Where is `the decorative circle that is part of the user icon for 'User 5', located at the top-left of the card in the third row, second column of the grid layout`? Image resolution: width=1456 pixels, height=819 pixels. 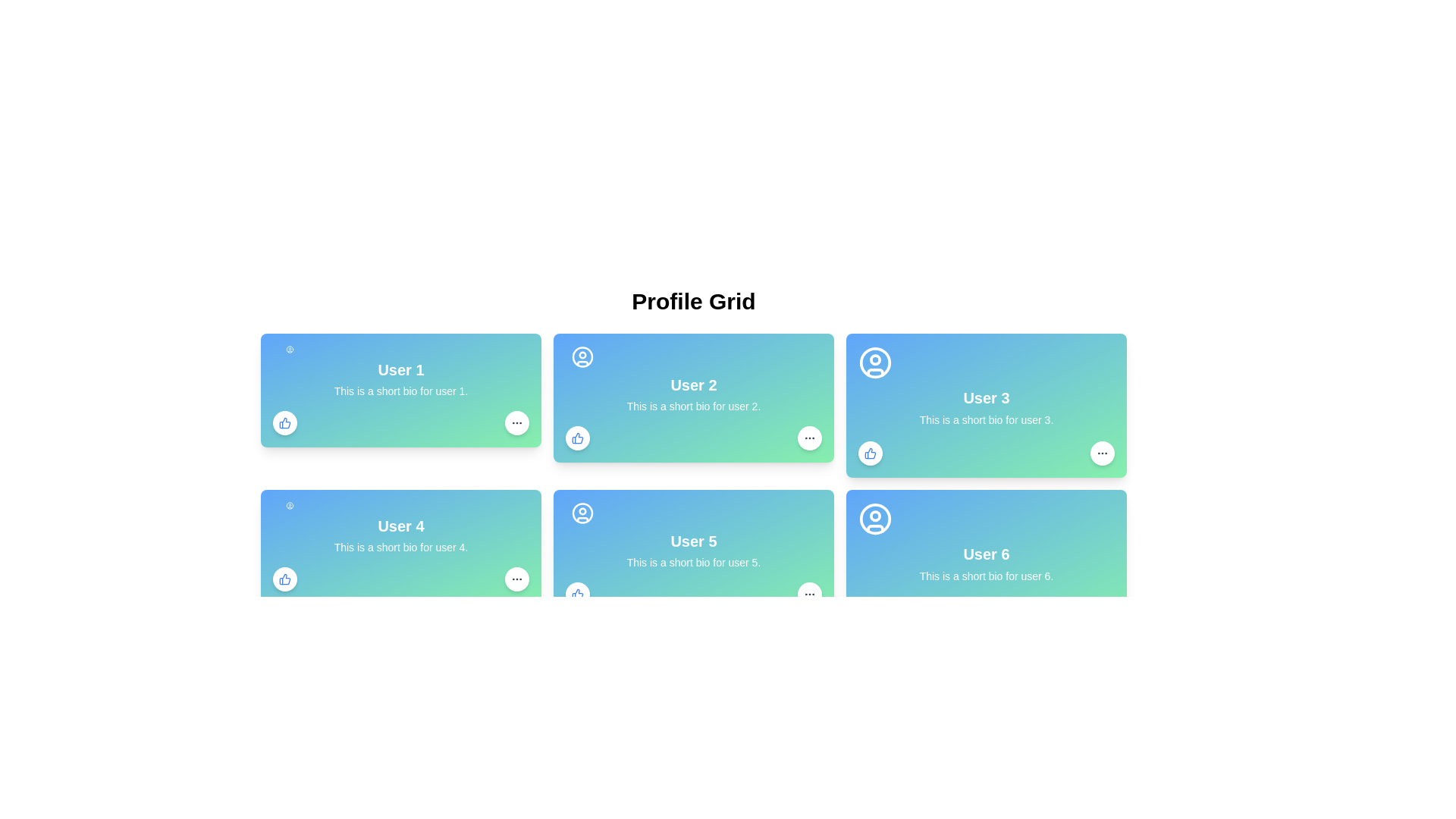 the decorative circle that is part of the user icon for 'User 5', located at the top-left of the card in the third row, second column of the grid layout is located at coordinates (582, 513).